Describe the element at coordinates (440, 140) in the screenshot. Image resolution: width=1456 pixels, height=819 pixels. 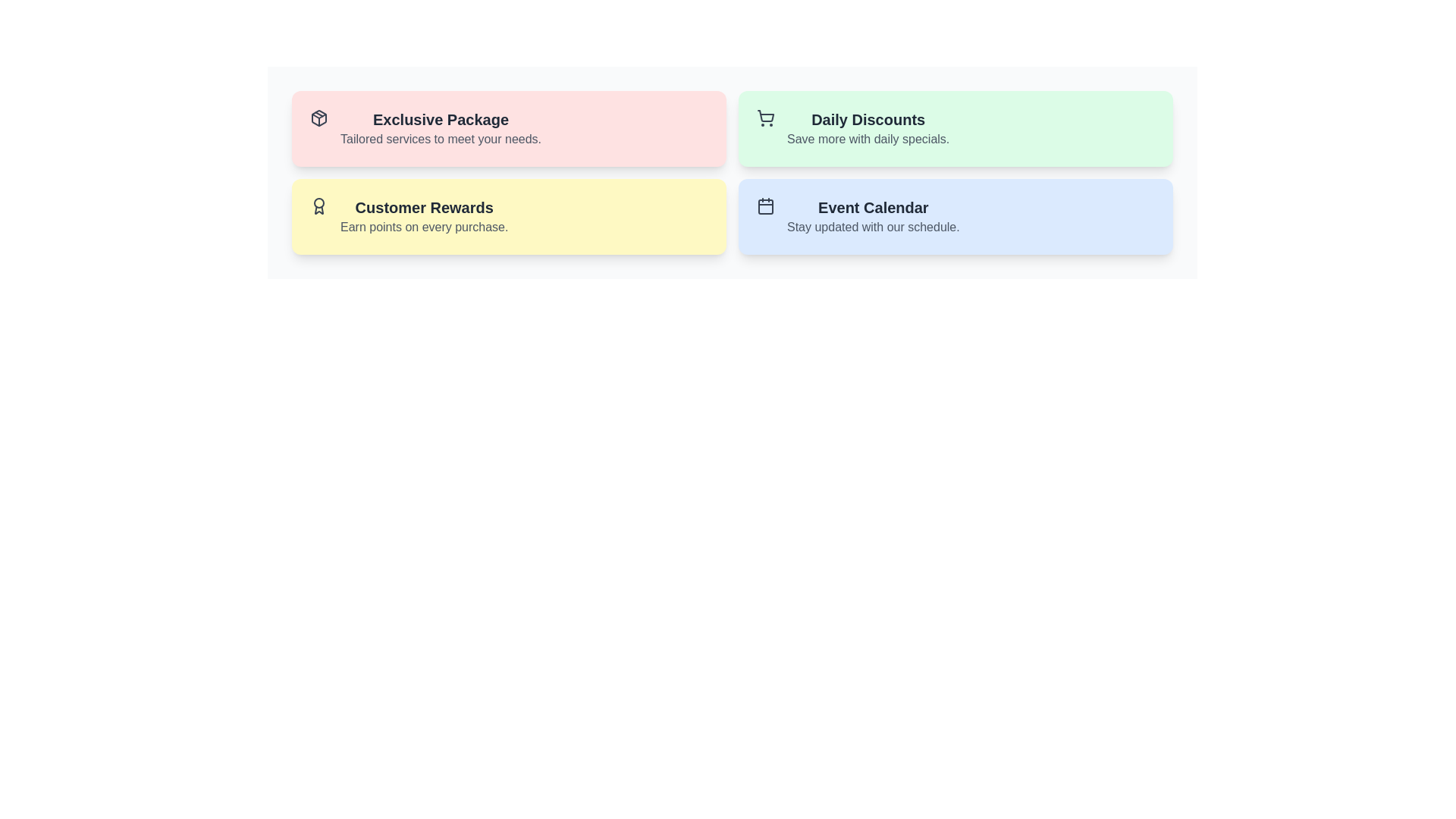
I see `the text label that says 'Tailored services to meet your needs.' which is located beneath the heading 'Exclusive Package' in a light pink section` at that location.